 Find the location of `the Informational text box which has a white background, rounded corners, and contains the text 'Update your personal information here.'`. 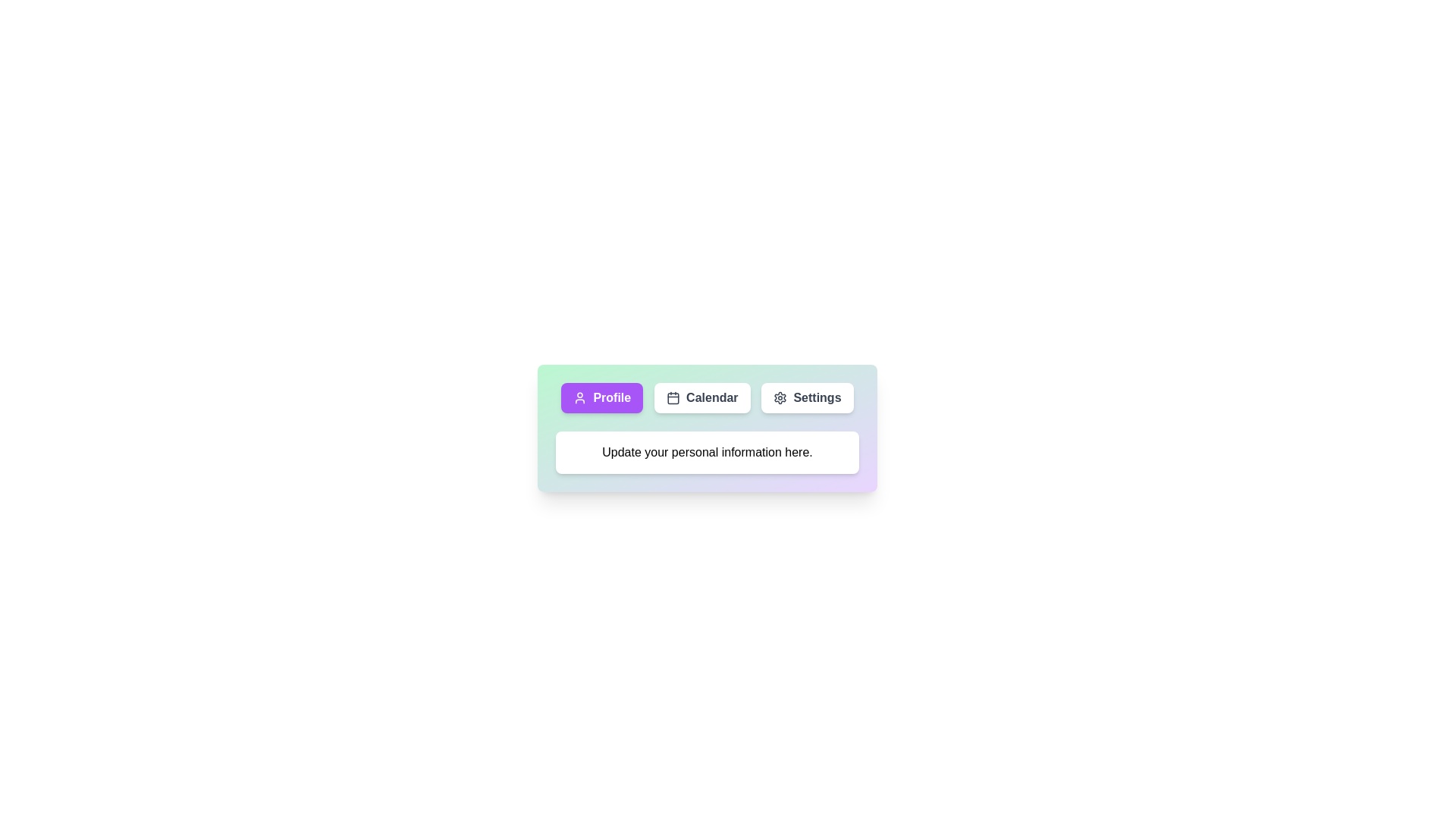

the Informational text box which has a white background, rounded corners, and contains the text 'Update your personal information here.' is located at coordinates (706, 452).